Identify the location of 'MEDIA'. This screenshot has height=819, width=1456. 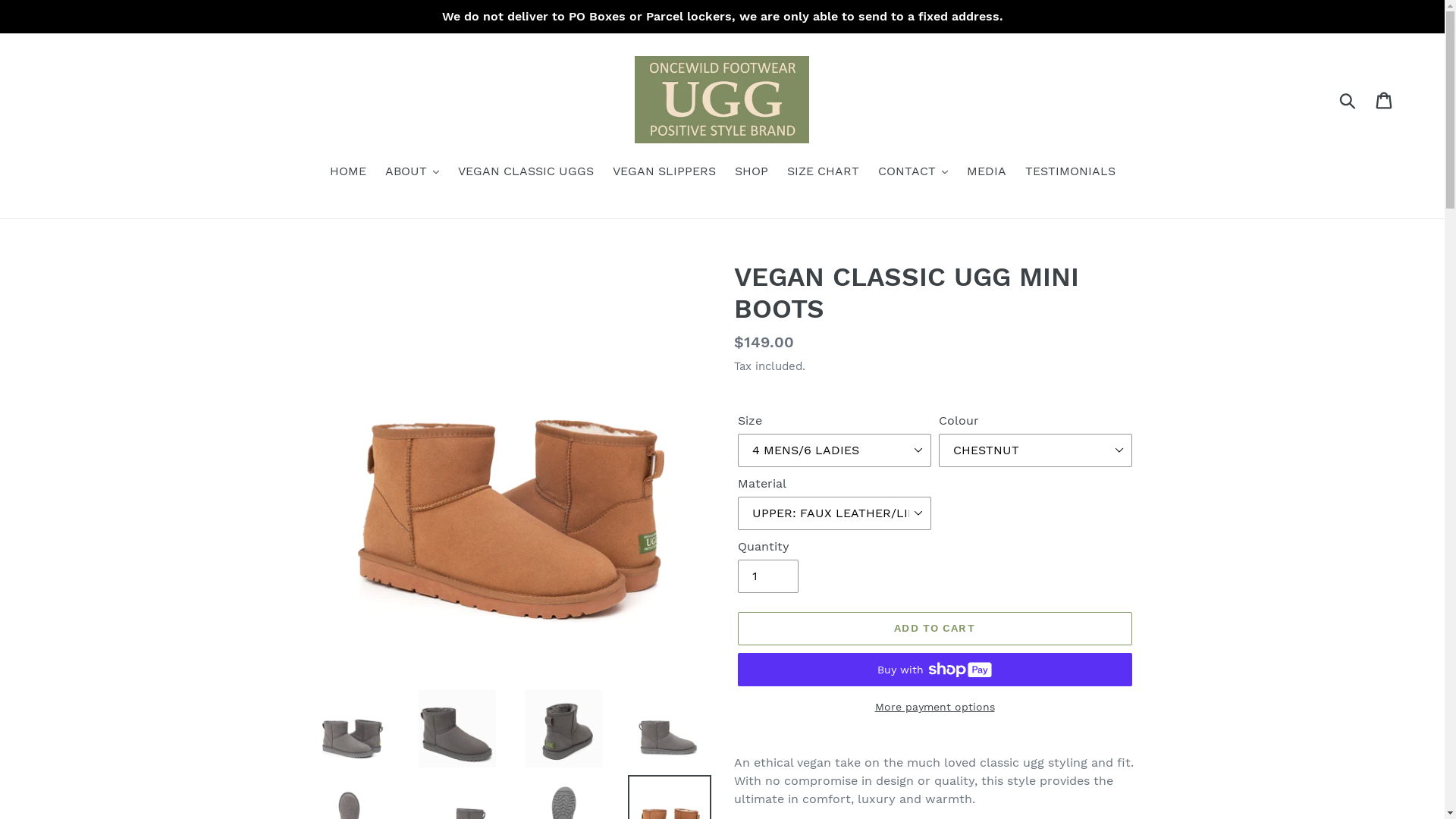
(986, 171).